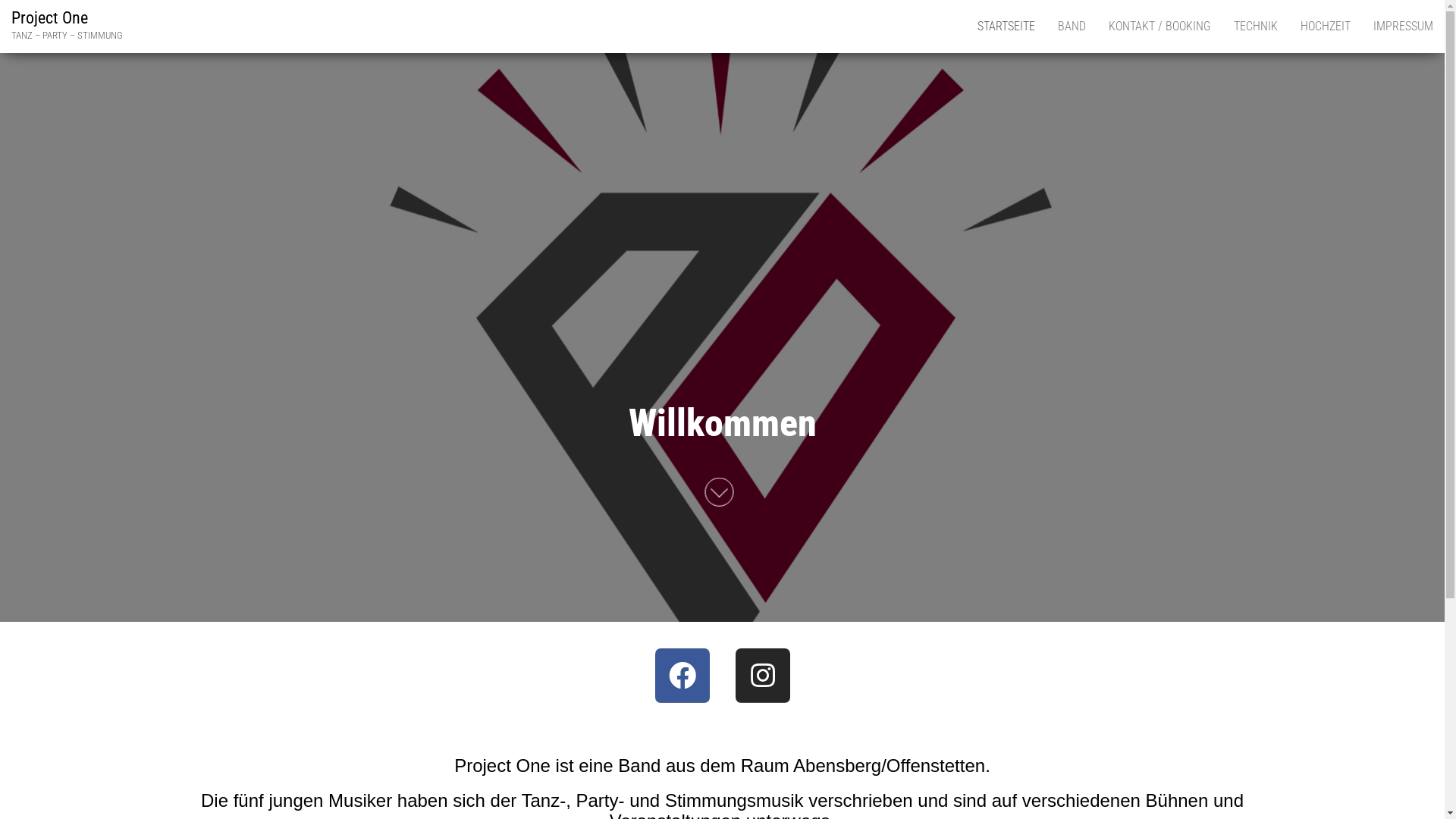 The image size is (1456, 819). Describe the element at coordinates (1324, 26) in the screenshot. I see `'HOCHZEIT'` at that location.